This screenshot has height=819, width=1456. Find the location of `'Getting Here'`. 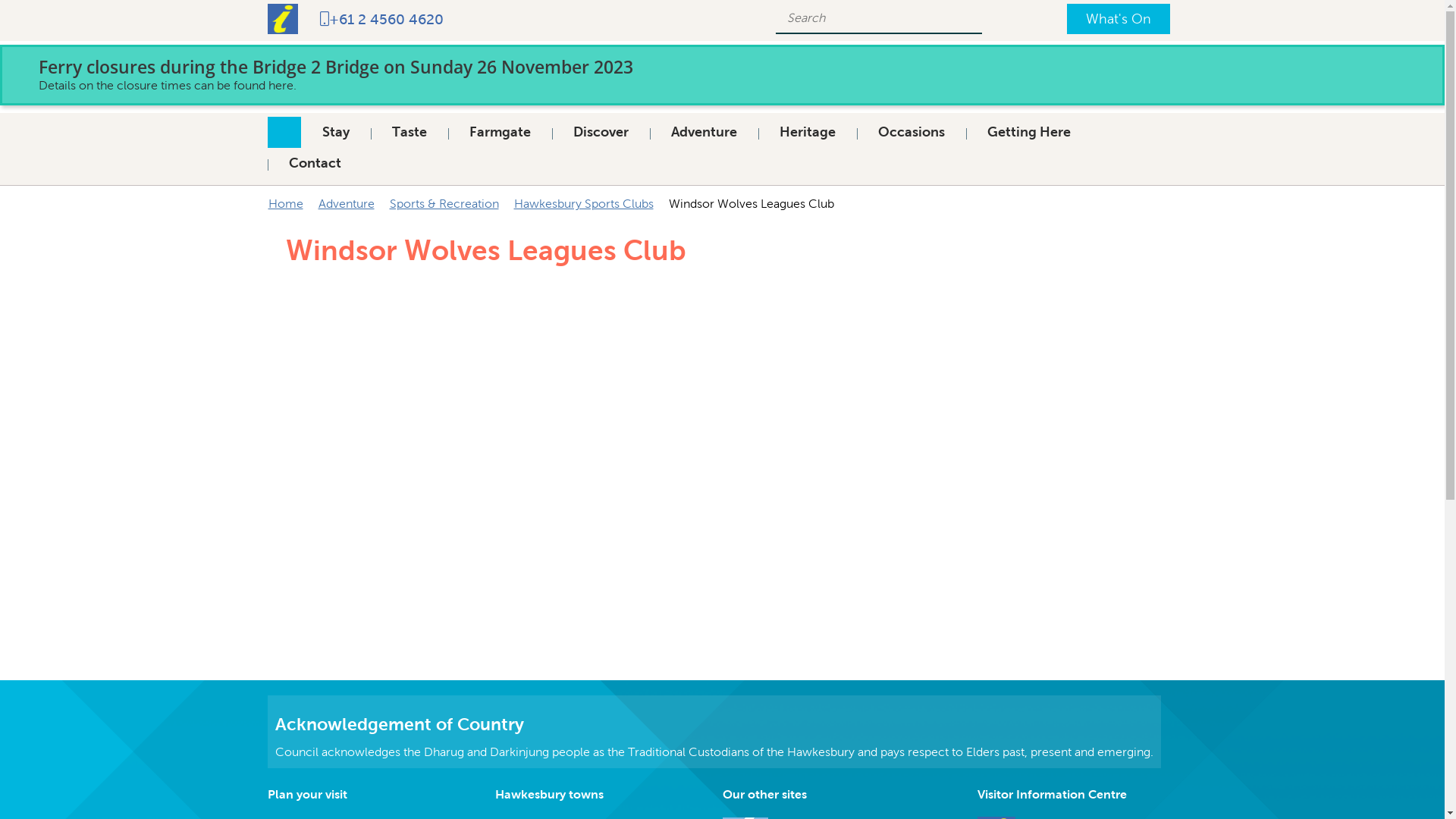

'Getting Here' is located at coordinates (1029, 131).